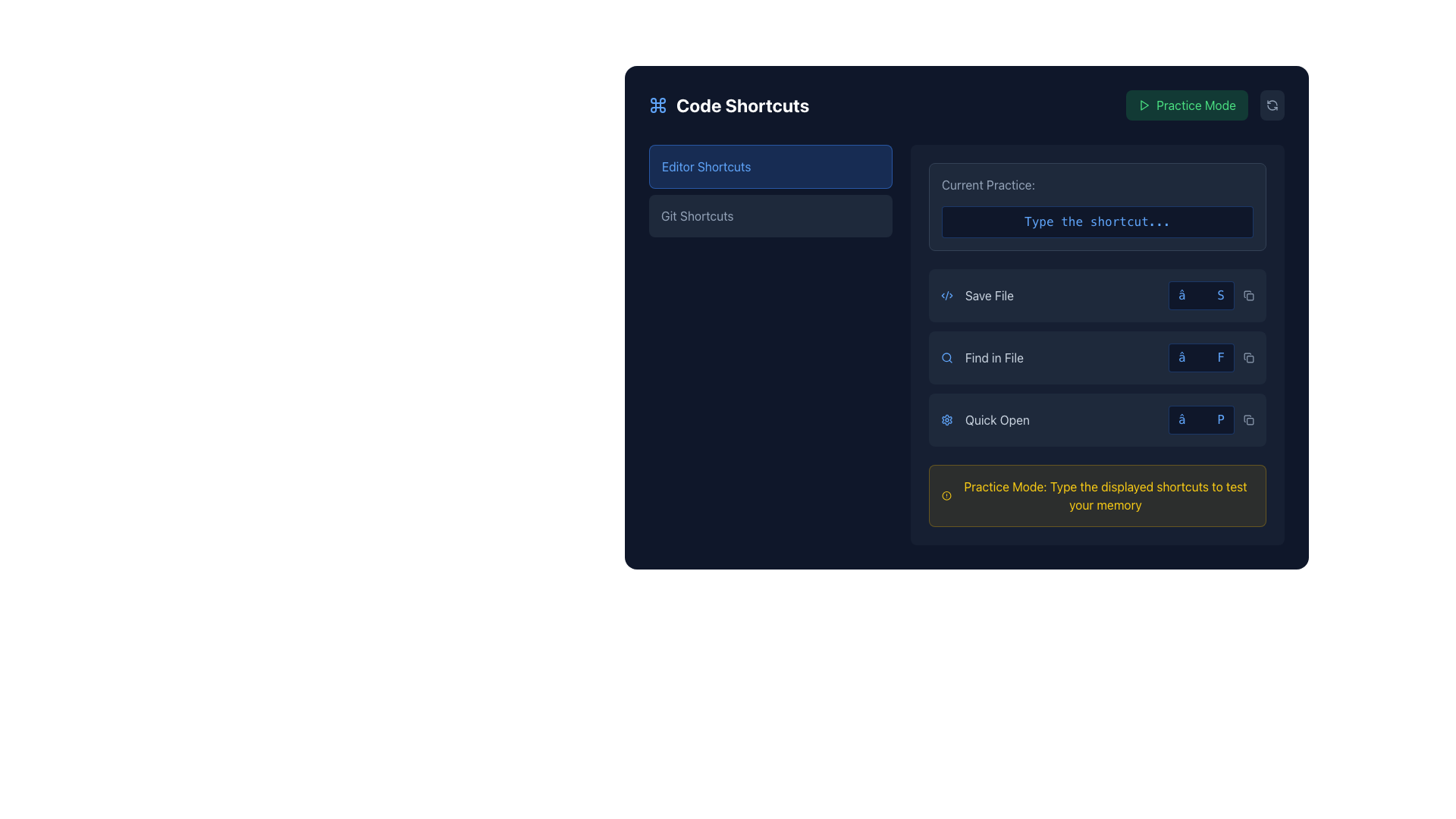  Describe the element at coordinates (1272, 104) in the screenshot. I see `the circular arrow icon located in the top right corner of the interface` at that location.